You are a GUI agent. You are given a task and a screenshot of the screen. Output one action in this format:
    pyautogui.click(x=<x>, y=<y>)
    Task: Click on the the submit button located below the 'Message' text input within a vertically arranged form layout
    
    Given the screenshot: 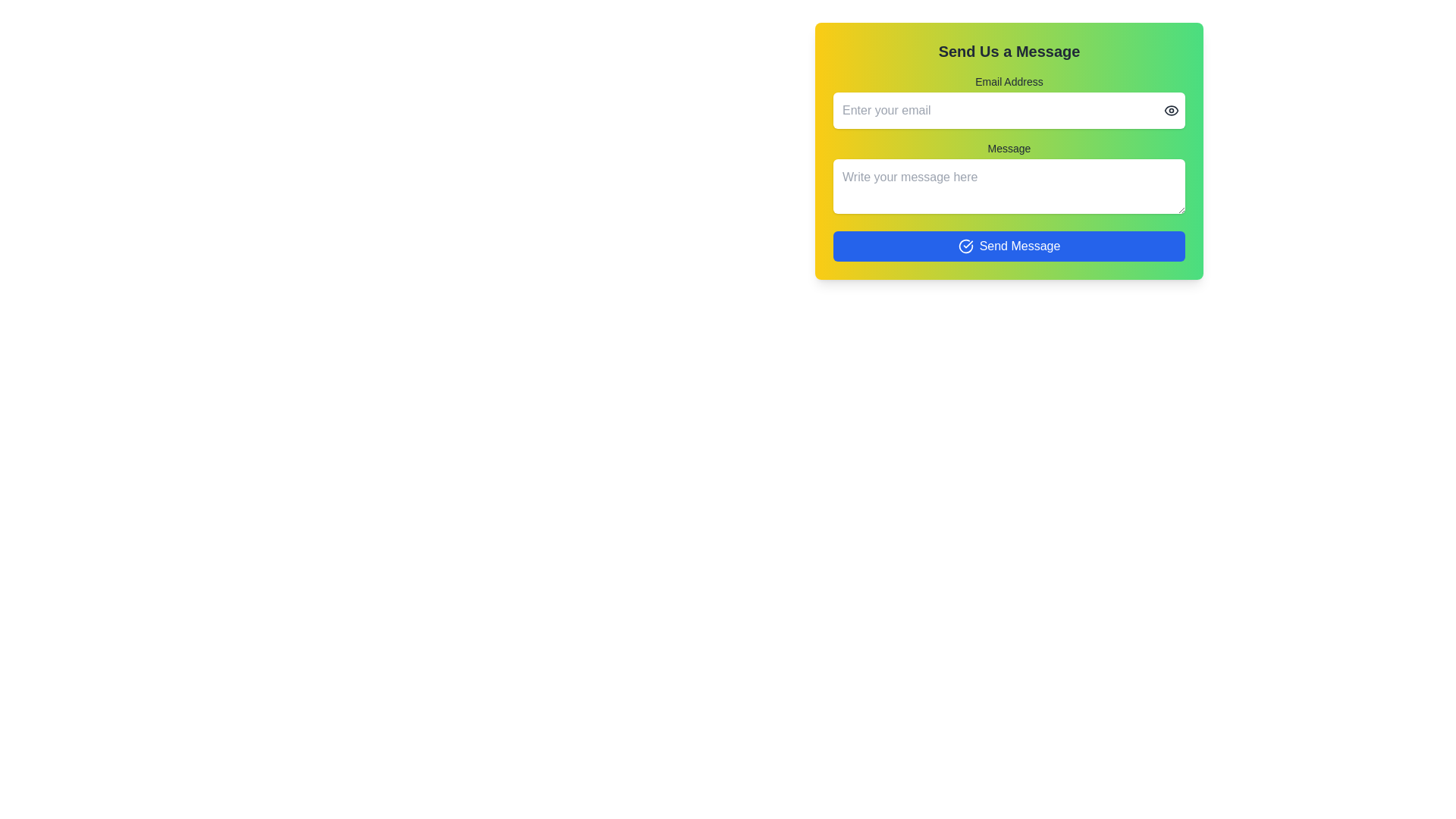 What is the action you would take?
    pyautogui.click(x=1009, y=245)
    